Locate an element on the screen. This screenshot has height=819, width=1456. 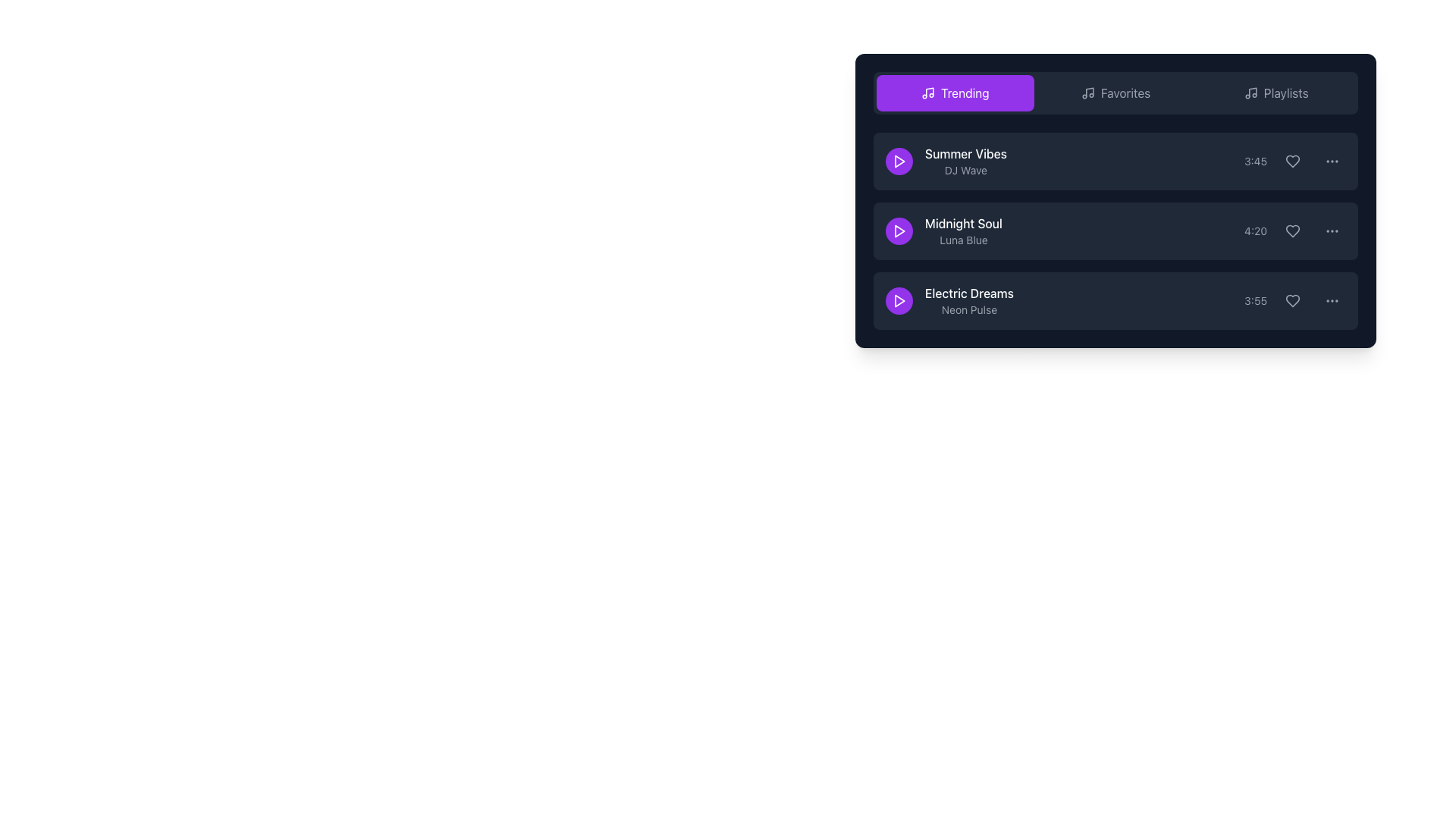
the heart icon located in the rightmost section of the first row of the list is located at coordinates (1291, 161).